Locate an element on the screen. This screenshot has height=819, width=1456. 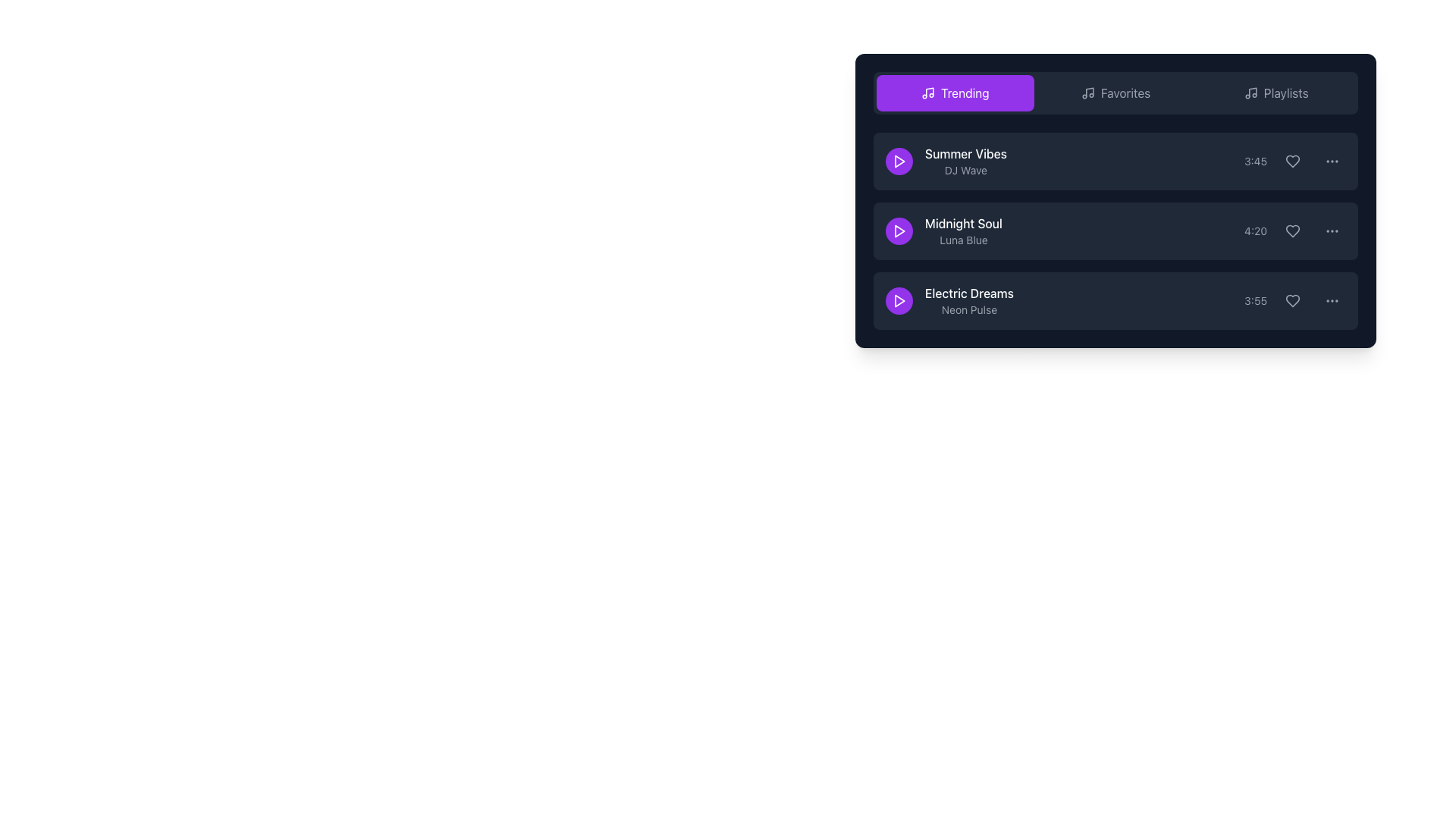
the heart icon located in the rightmost section of the first row of the list is located at coordinates (1291, 161).